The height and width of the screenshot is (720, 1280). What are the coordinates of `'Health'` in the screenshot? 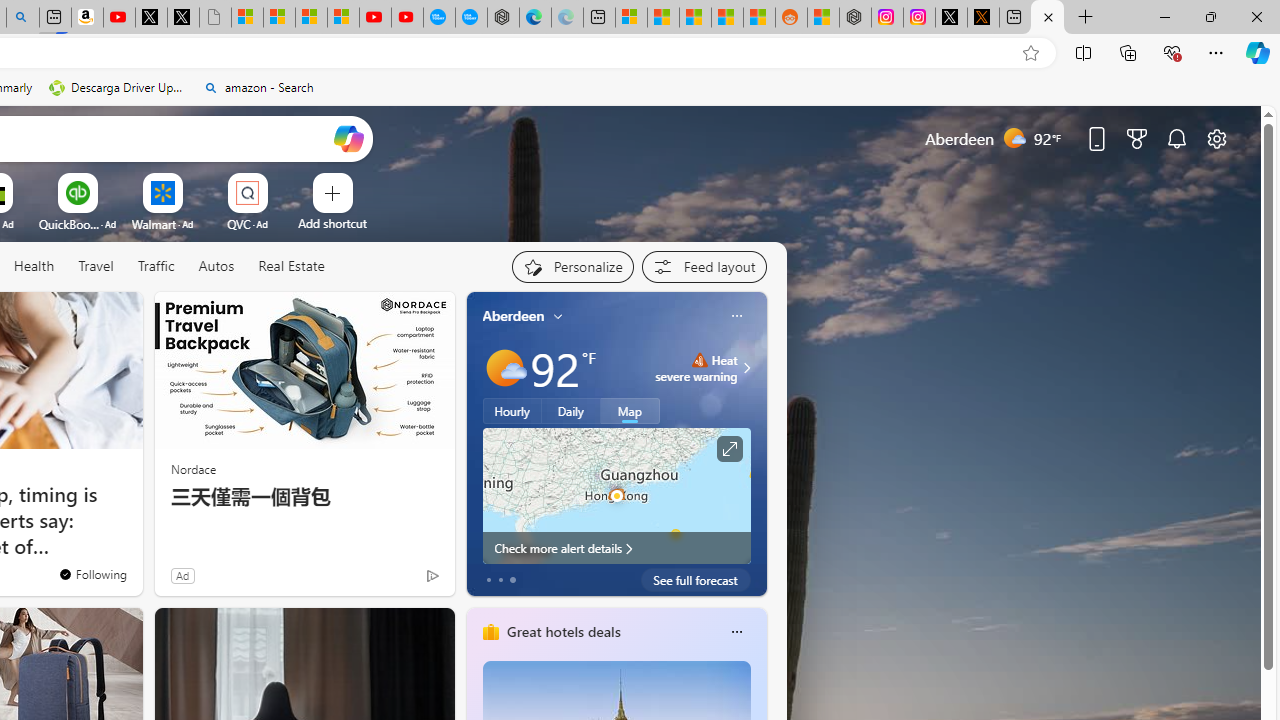 It's located at (33, 266).